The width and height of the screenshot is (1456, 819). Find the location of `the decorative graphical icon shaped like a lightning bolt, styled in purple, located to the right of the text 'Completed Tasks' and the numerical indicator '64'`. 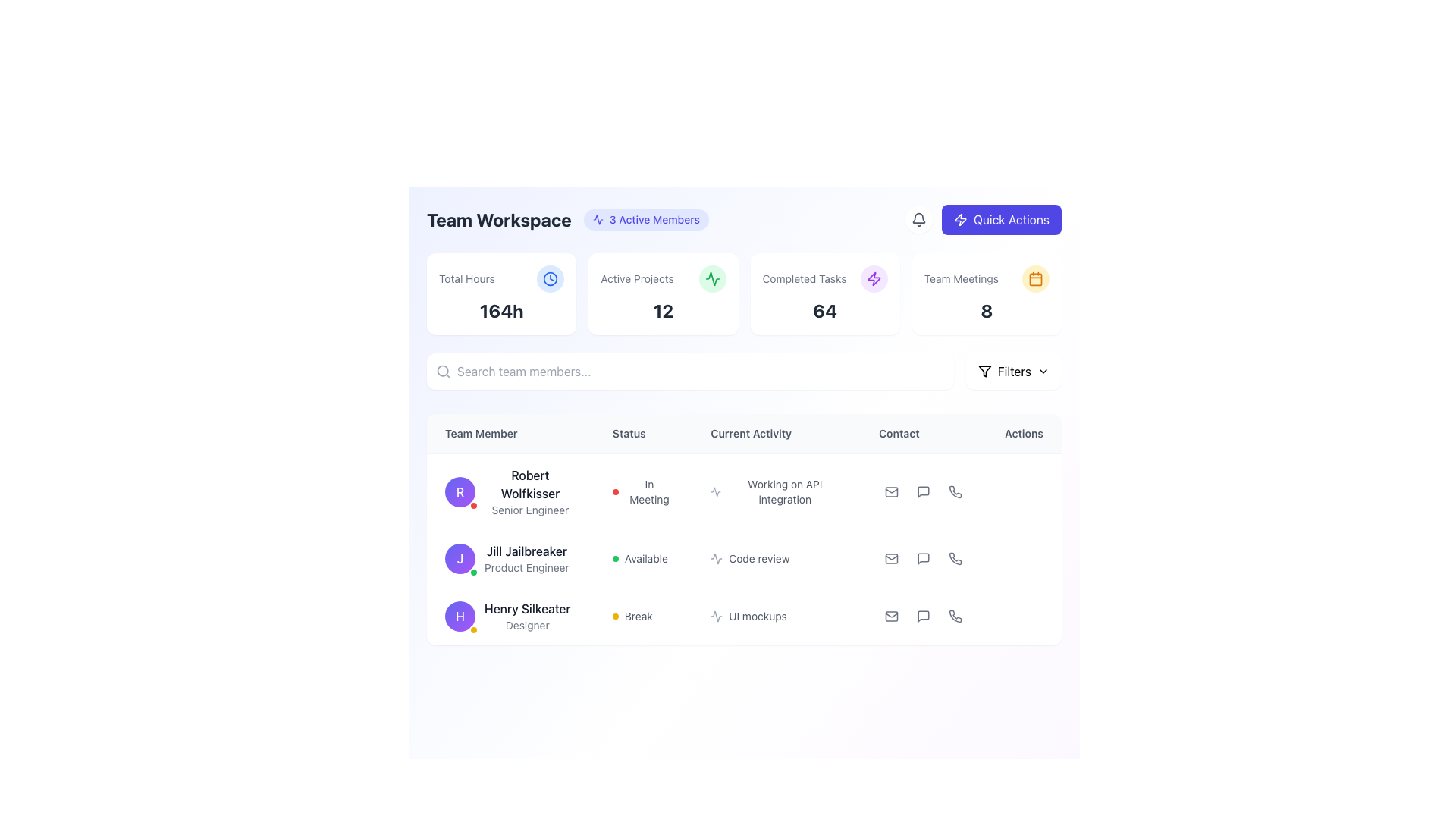

the decorative graphical icon shaped like a lightning bolt, styled in purple, located to the right of the text 'Completed Tasks' and the numerical indicator '64' is located at coordinates (874, 278).